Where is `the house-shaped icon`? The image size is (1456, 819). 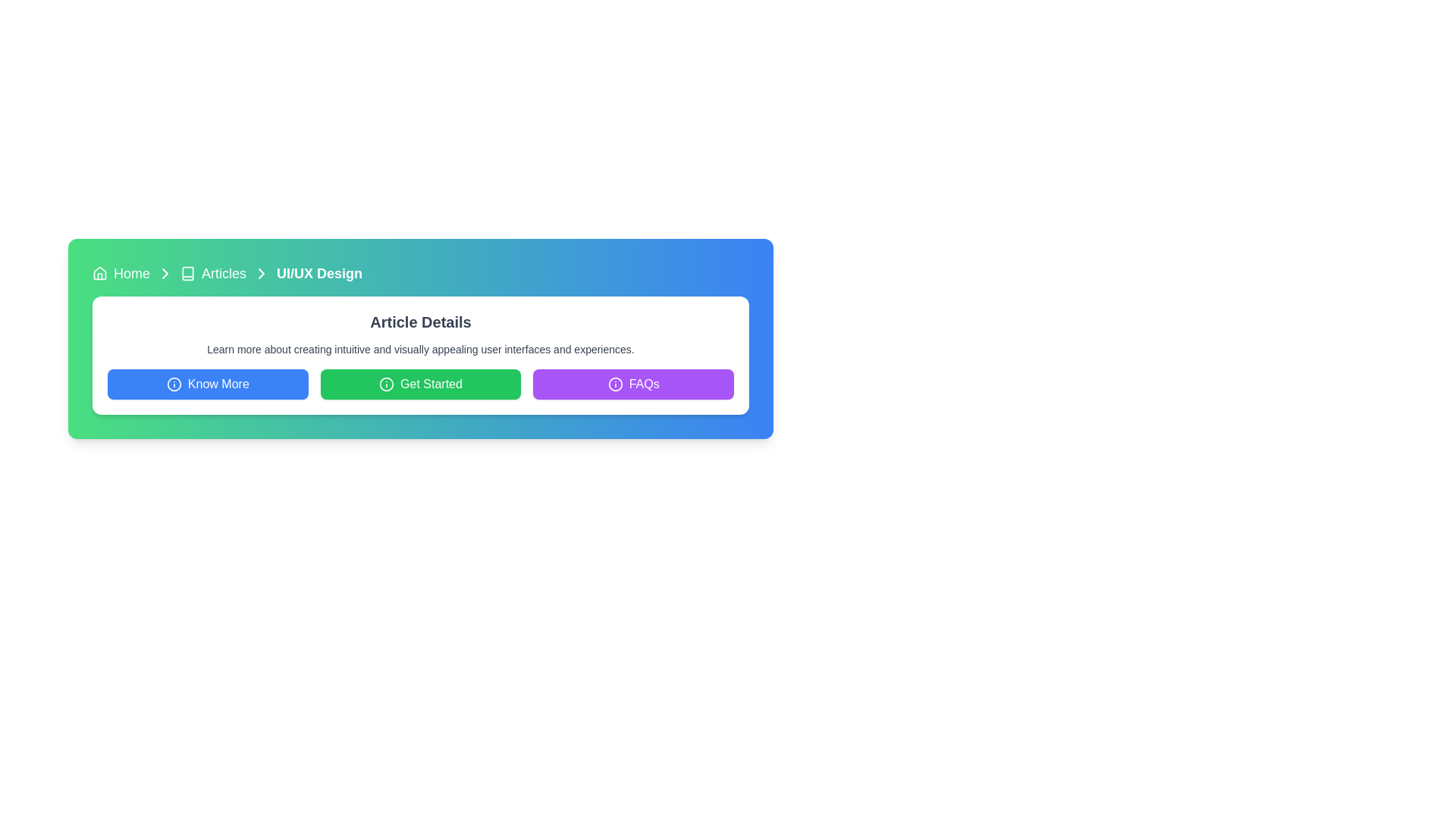 the house-shaped icon is located at coordinates (99, 274).